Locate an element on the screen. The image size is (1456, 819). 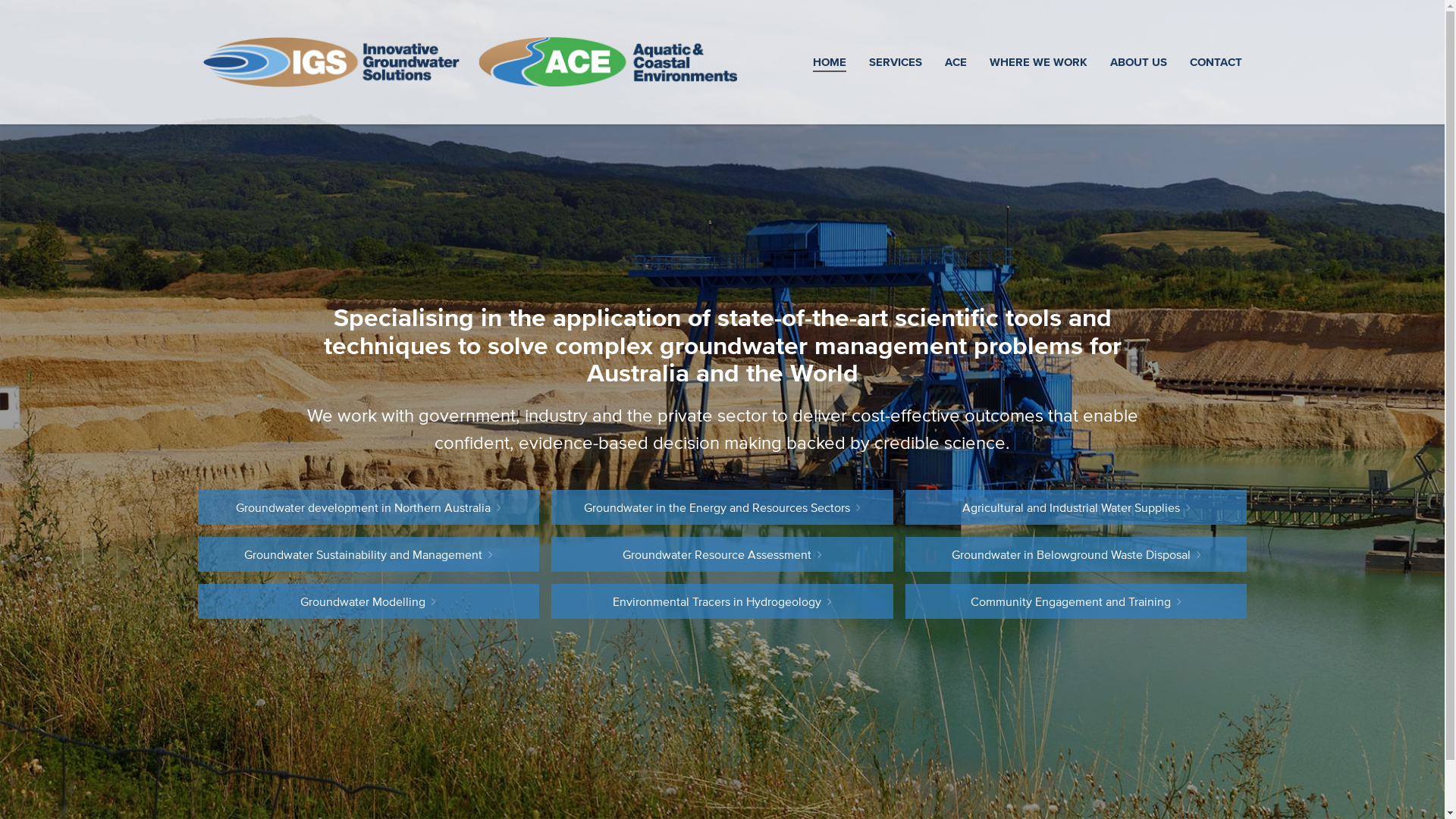
'SERVICES' is located at coordinates (895, 61).